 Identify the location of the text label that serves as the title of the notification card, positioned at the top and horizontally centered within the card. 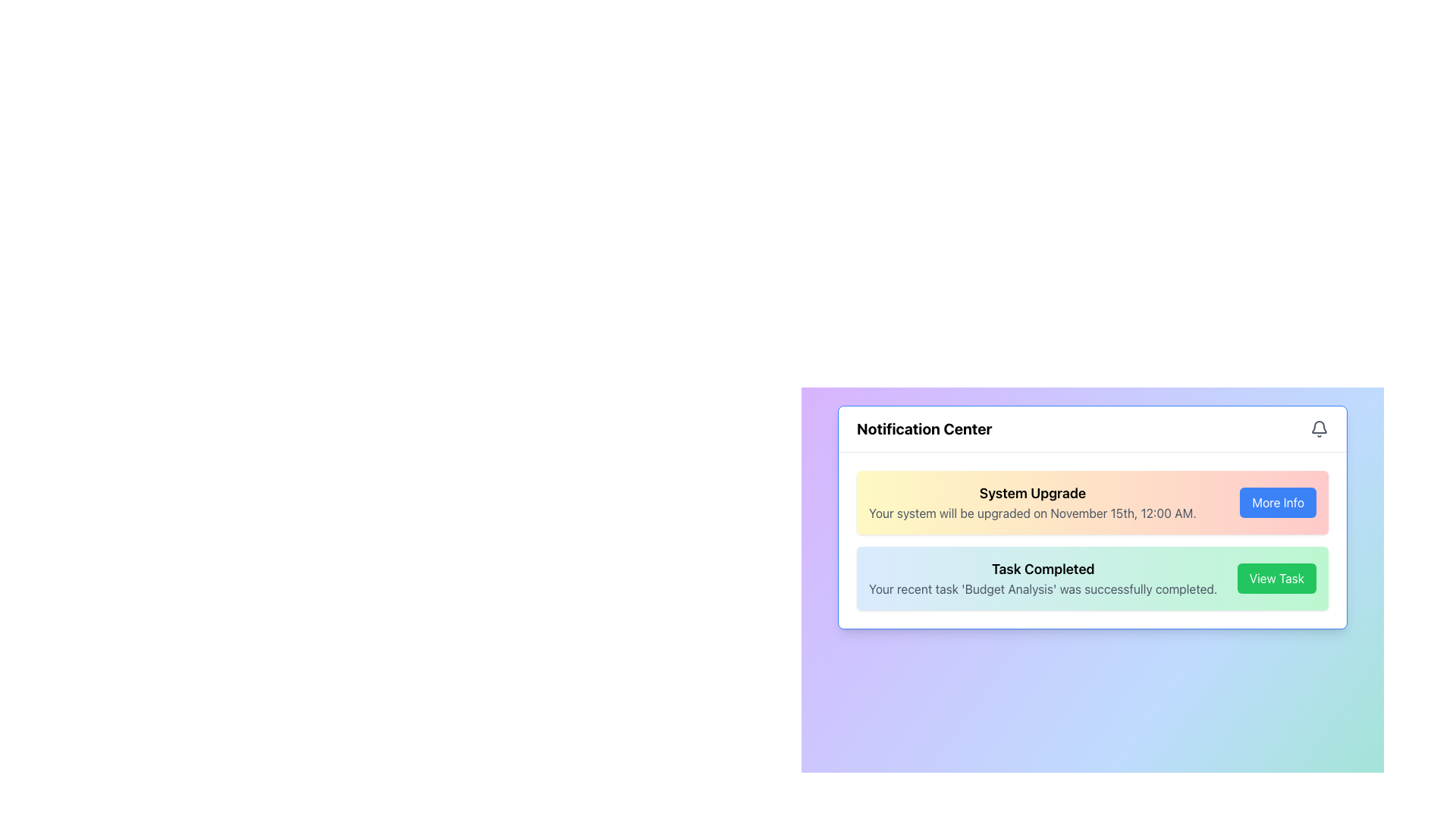
(1031, 494).